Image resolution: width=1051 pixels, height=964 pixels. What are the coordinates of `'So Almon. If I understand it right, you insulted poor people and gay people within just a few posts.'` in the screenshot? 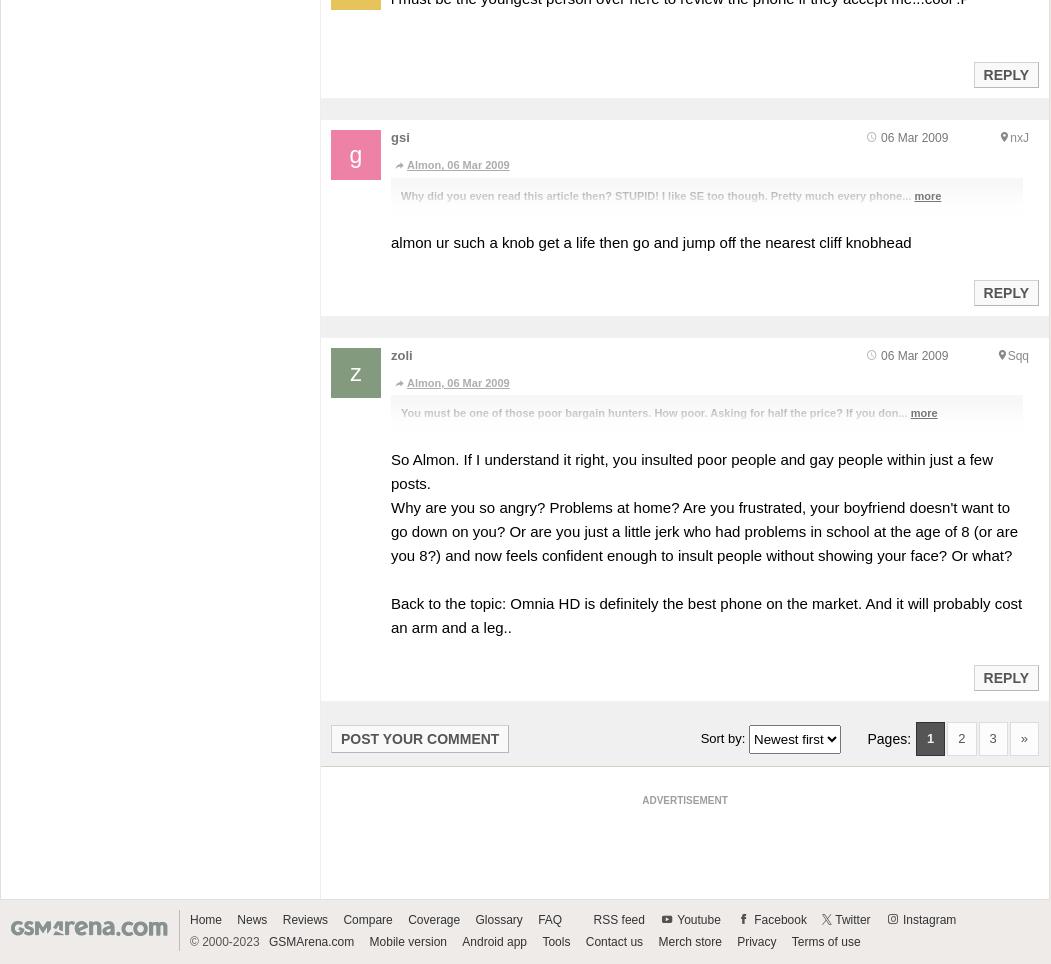 It's located at (690, 470).